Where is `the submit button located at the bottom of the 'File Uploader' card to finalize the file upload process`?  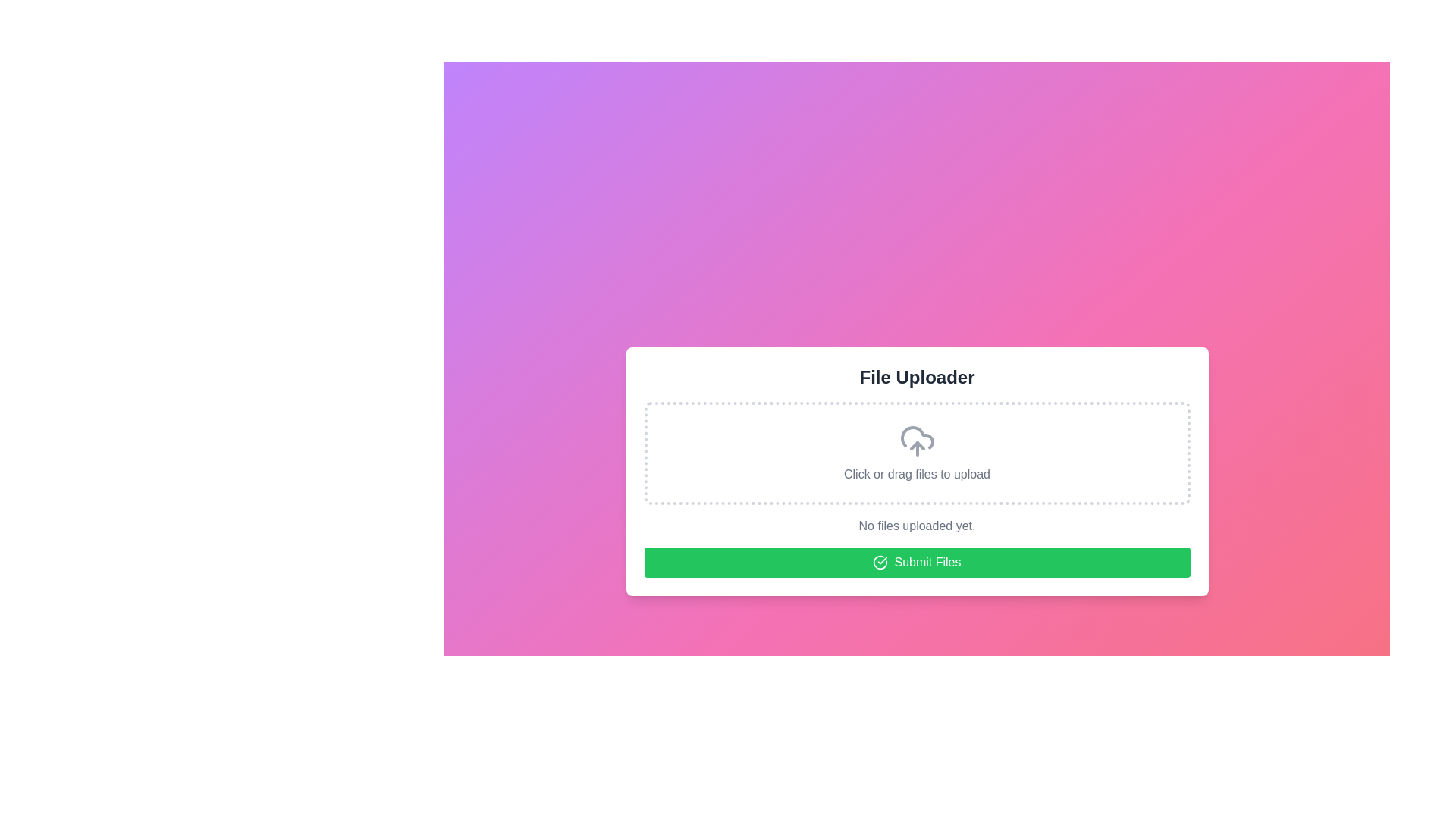
the submit button located at the bottom of the 'File Uploader' card to finalize the file upload process is located at coordinates (916, 562).